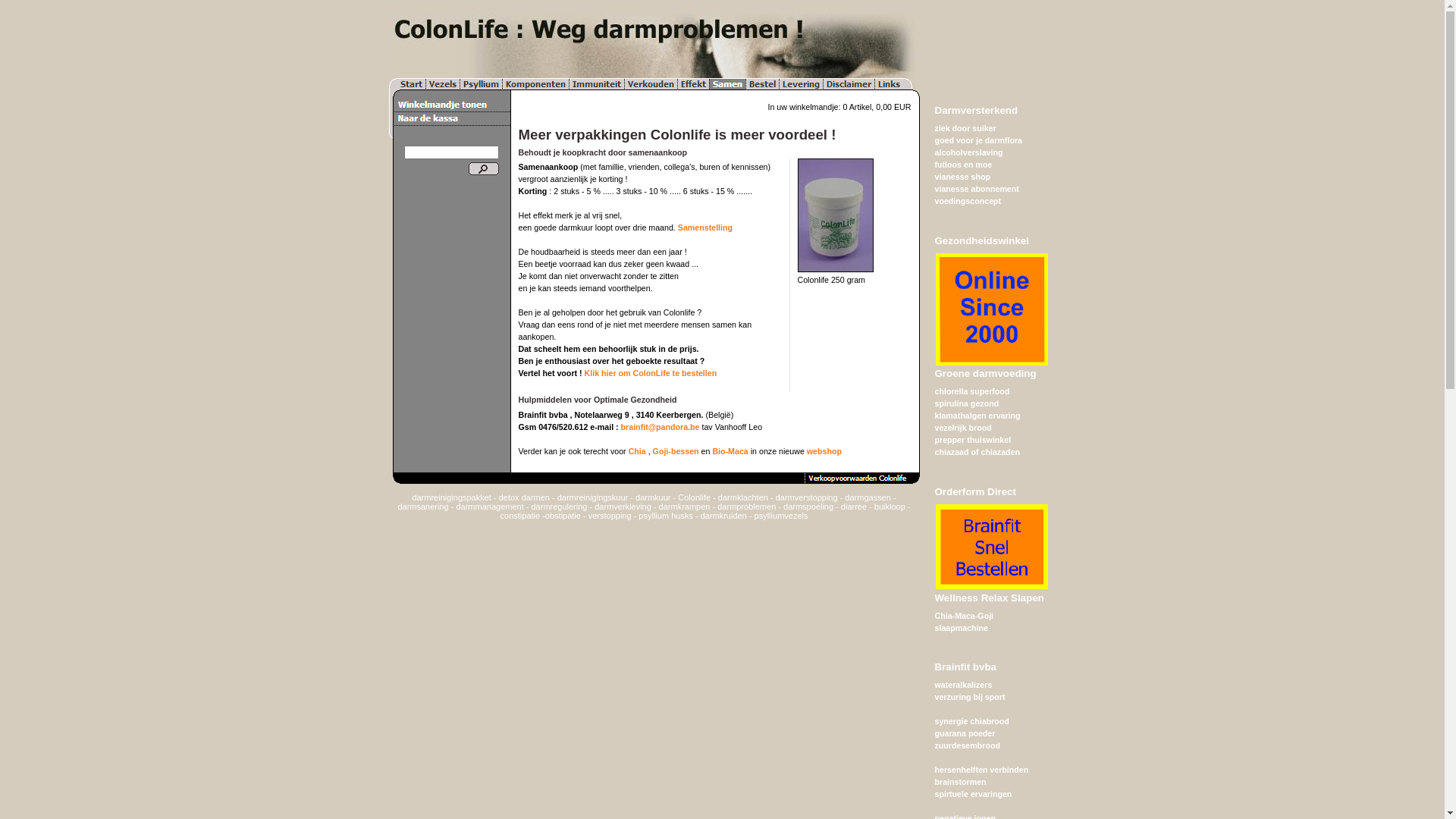  What do you see at coordinates (962, 684) in the screenshot?
I see `'wateralkalizers'` at bounding box center [962, 684].